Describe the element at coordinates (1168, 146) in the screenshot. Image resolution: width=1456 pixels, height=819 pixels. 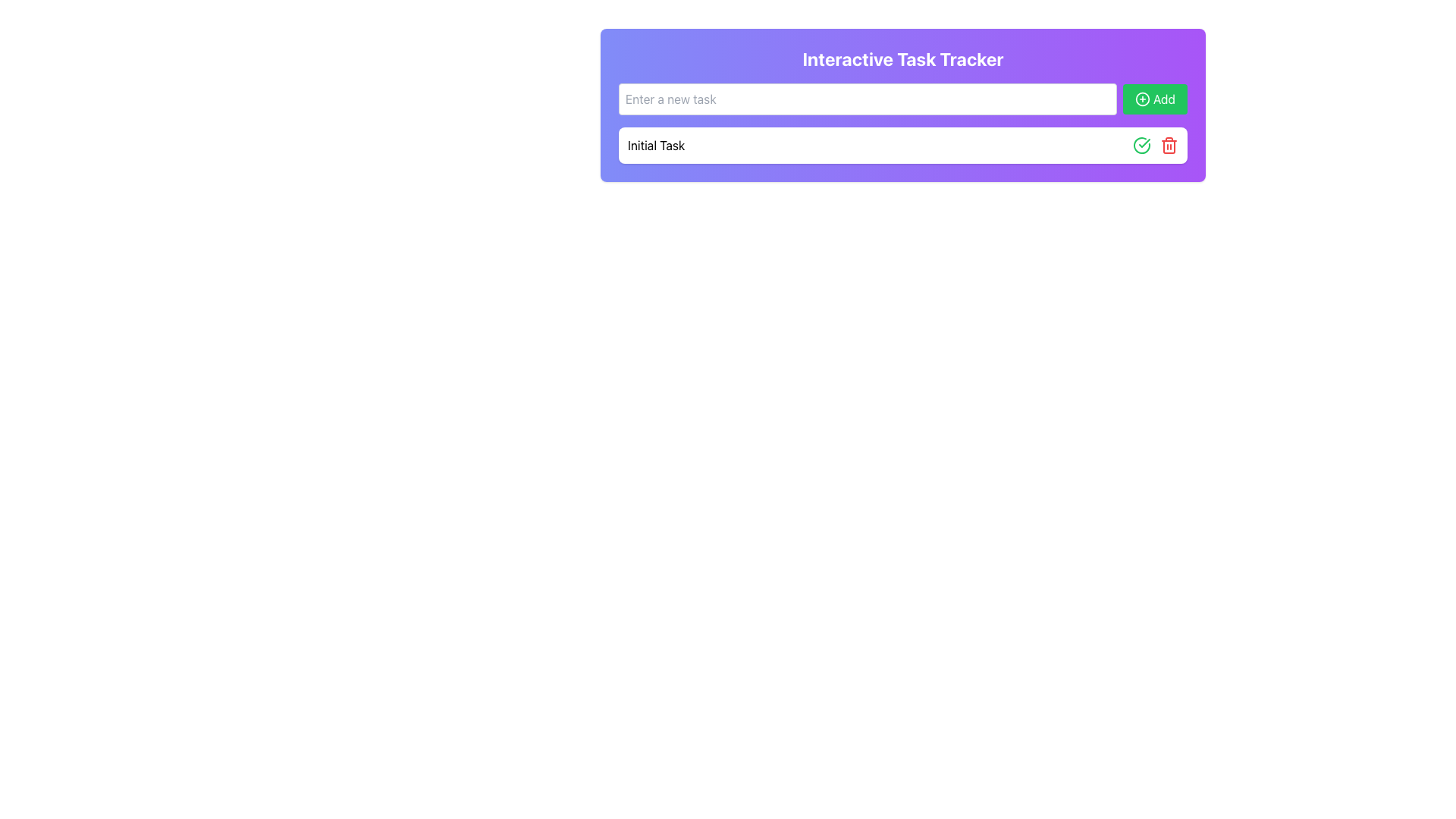
I see `the deletion button located to the right of the green confirmation button in the task list interface` at that location.